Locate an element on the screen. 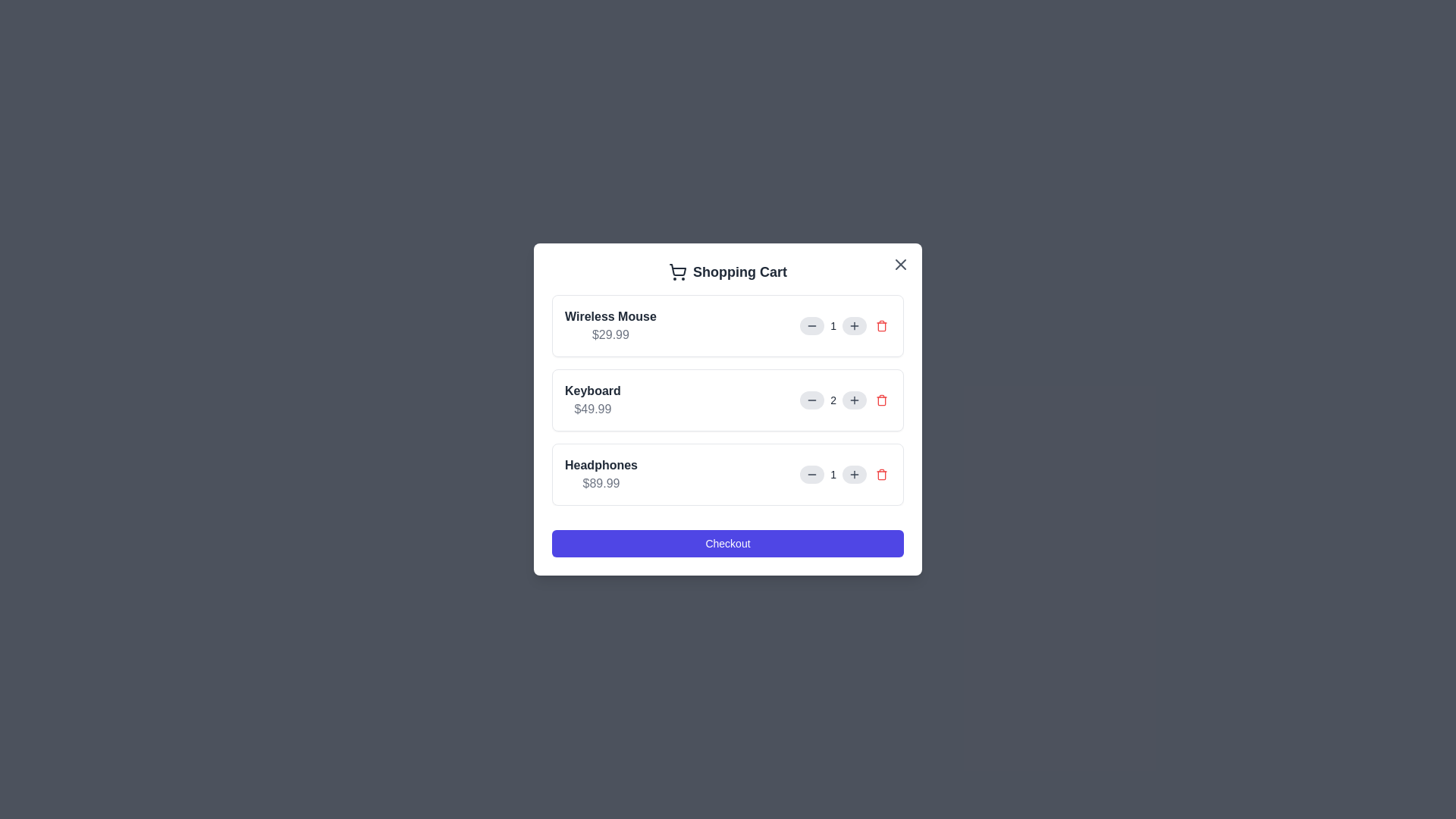  the shopping cart icon located at the top of the modal dialog box, positioned left to the title text 'Shopping Cart' is located at coordinates (677, 269).